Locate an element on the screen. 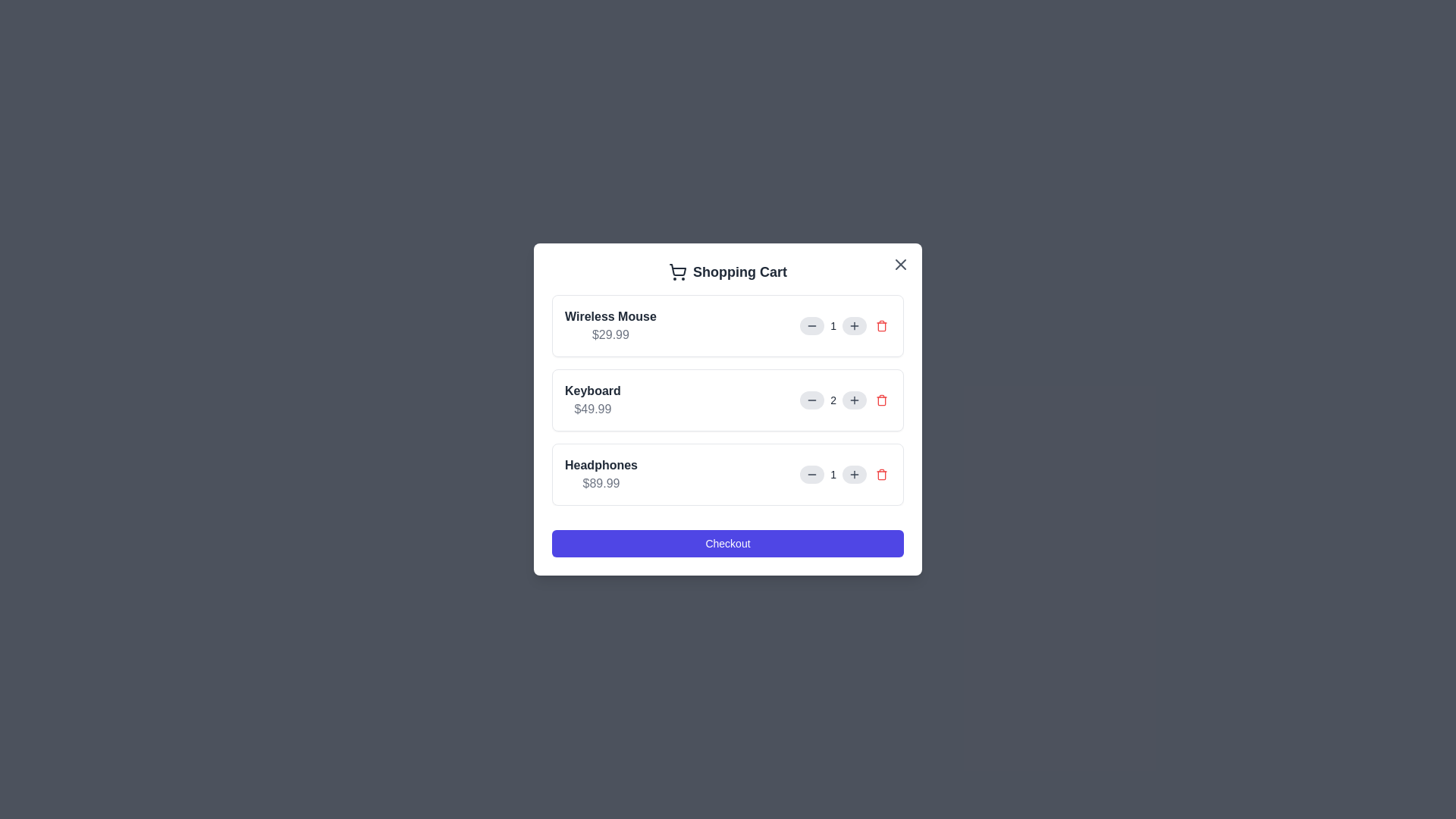  the shopping cart icon located at the top of the modal dialog box, positioned left to the title text 'Shopping Cart' is located at coordinates (677, 269).